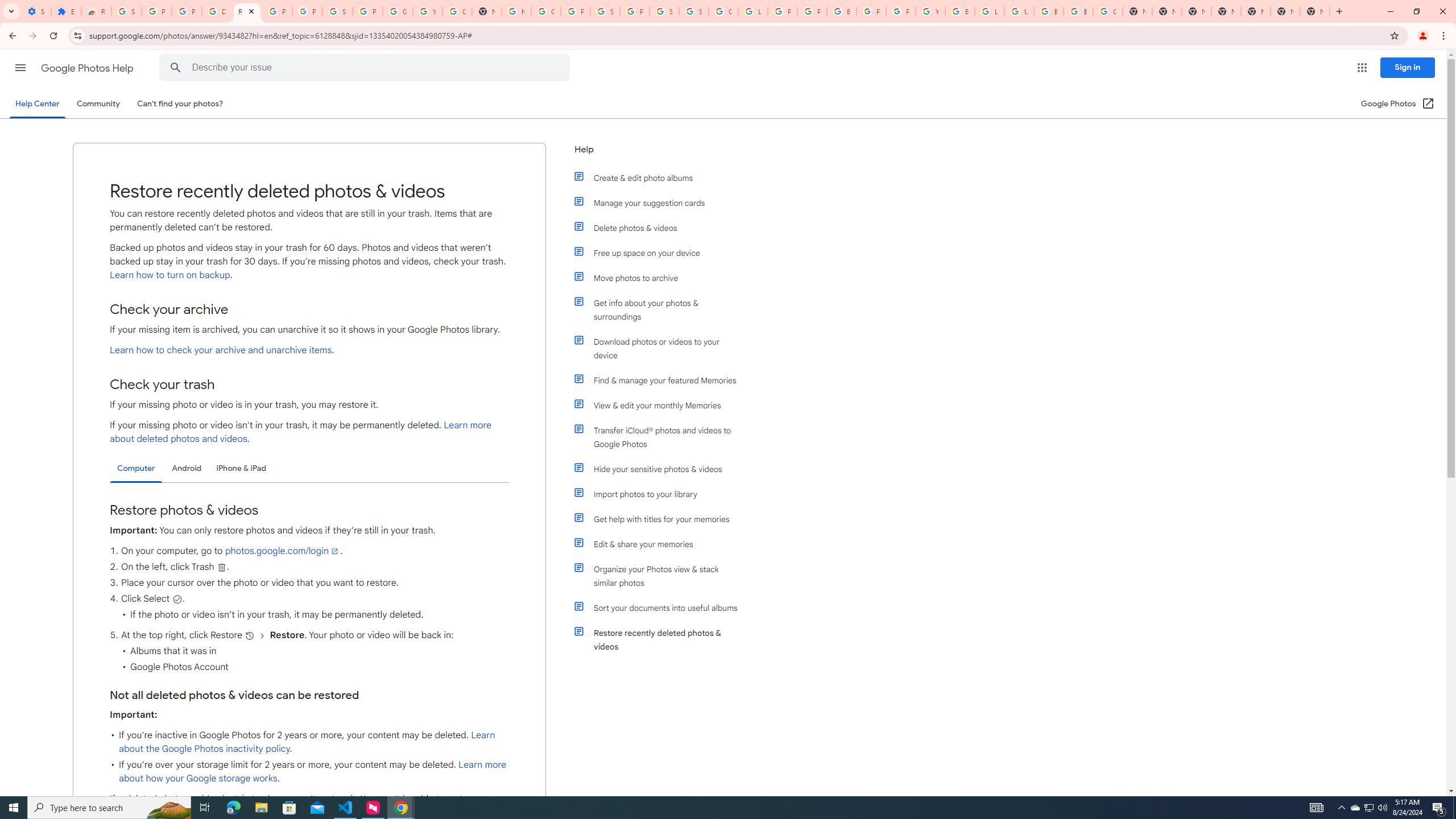 The image size is (1456, 819). I want to click on 'Edit & share your memories', so click(661, 543).